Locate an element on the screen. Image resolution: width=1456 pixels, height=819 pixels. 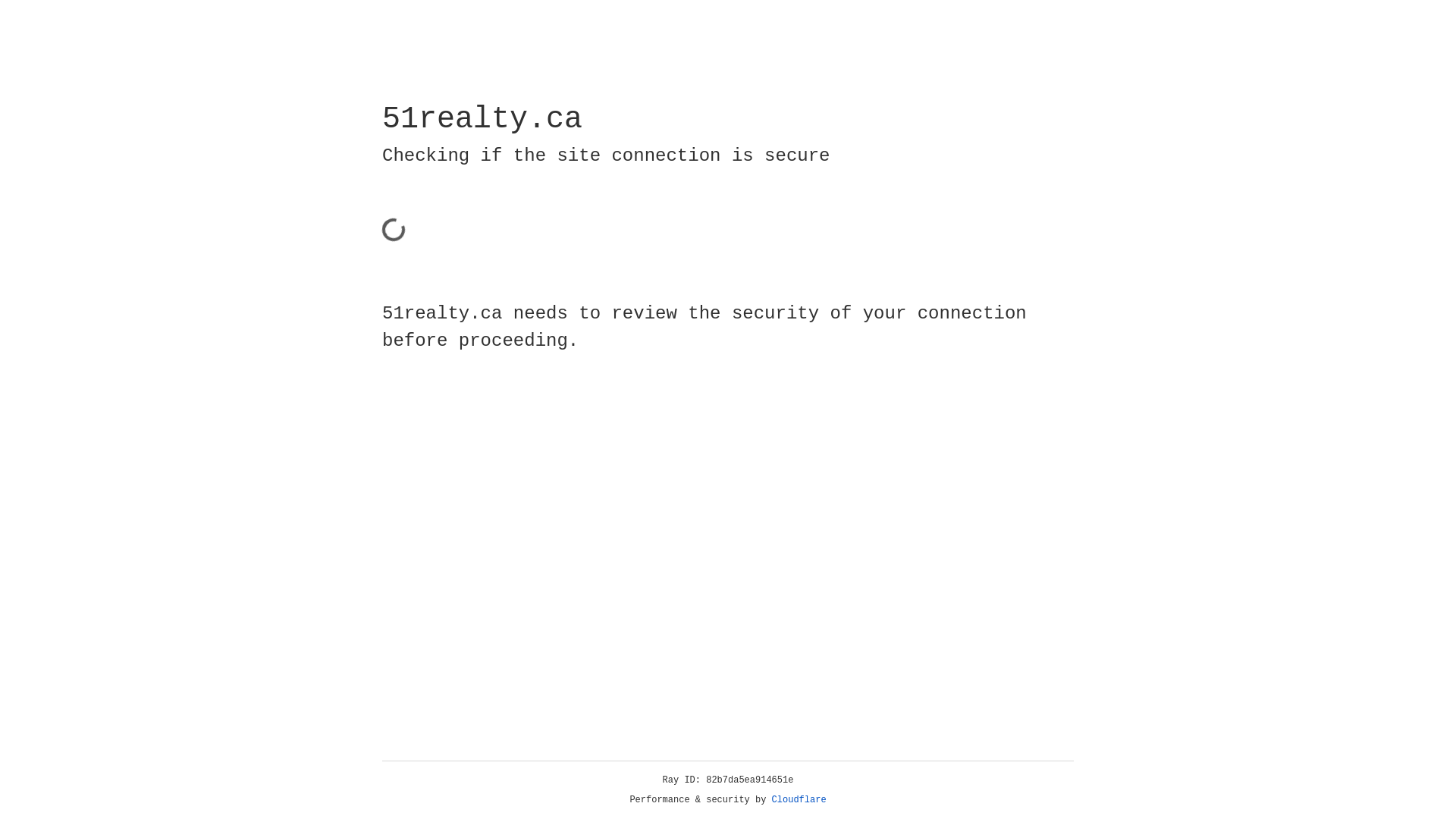
'Cloudflare' is located at coordinates (799, 799).